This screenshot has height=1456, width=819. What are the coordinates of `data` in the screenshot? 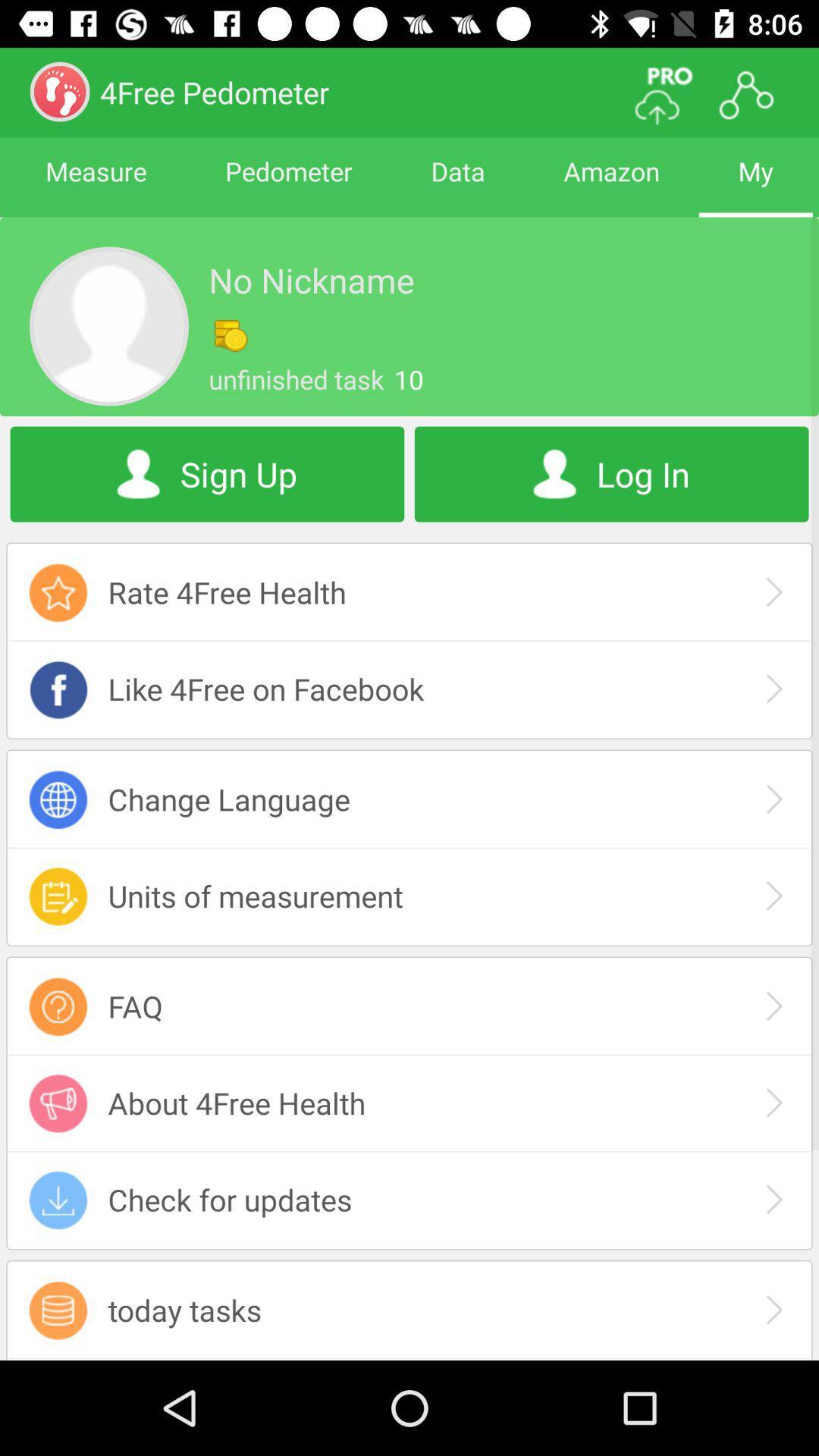 It's located at (457, 184).